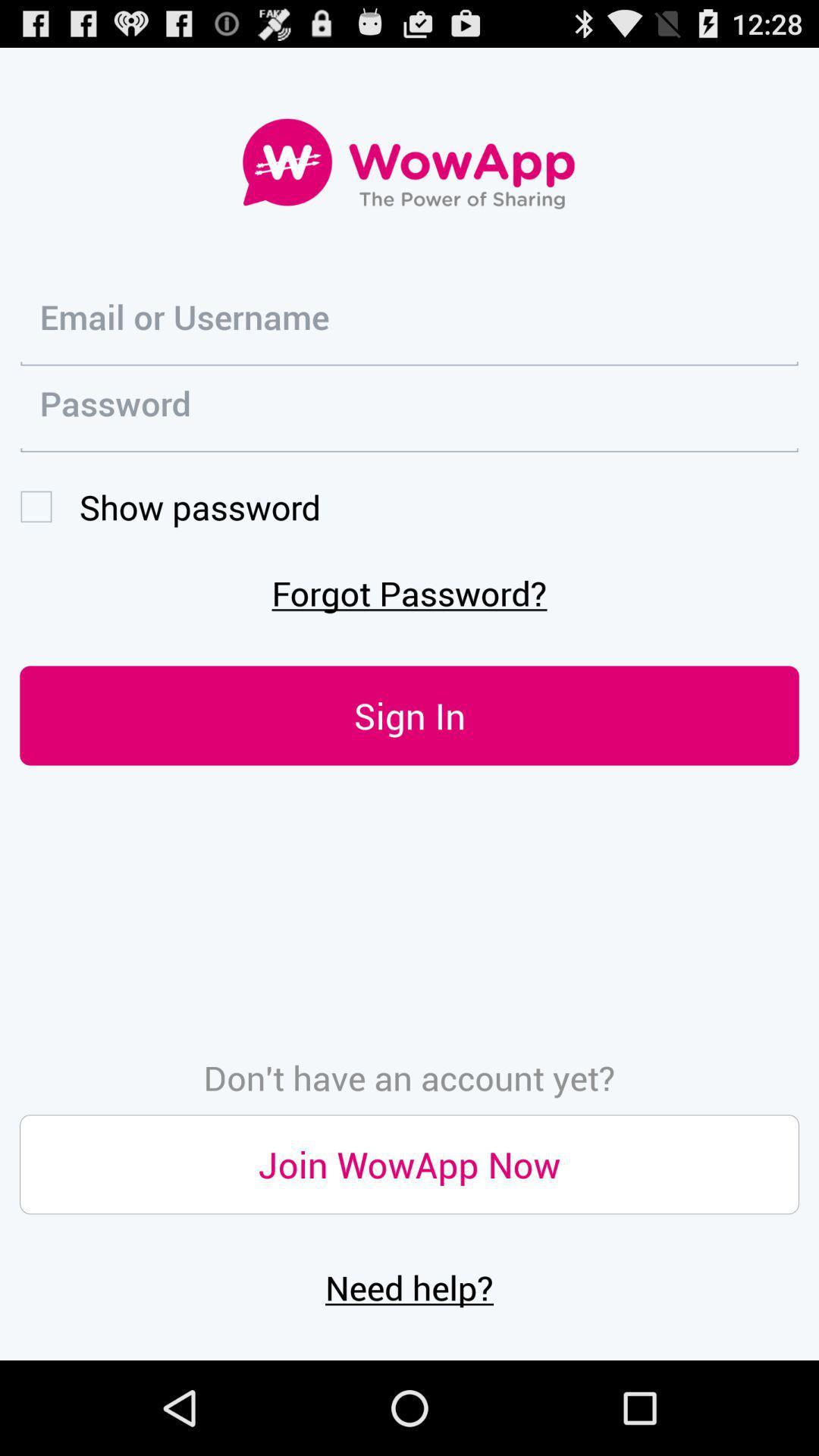 Image resolution: width=819 pixels, height=1456 pixels. What do you see at coordinates (409, 409) in the screenshot?
I see `icon above the show password icon` at bounding box center [409, 409].